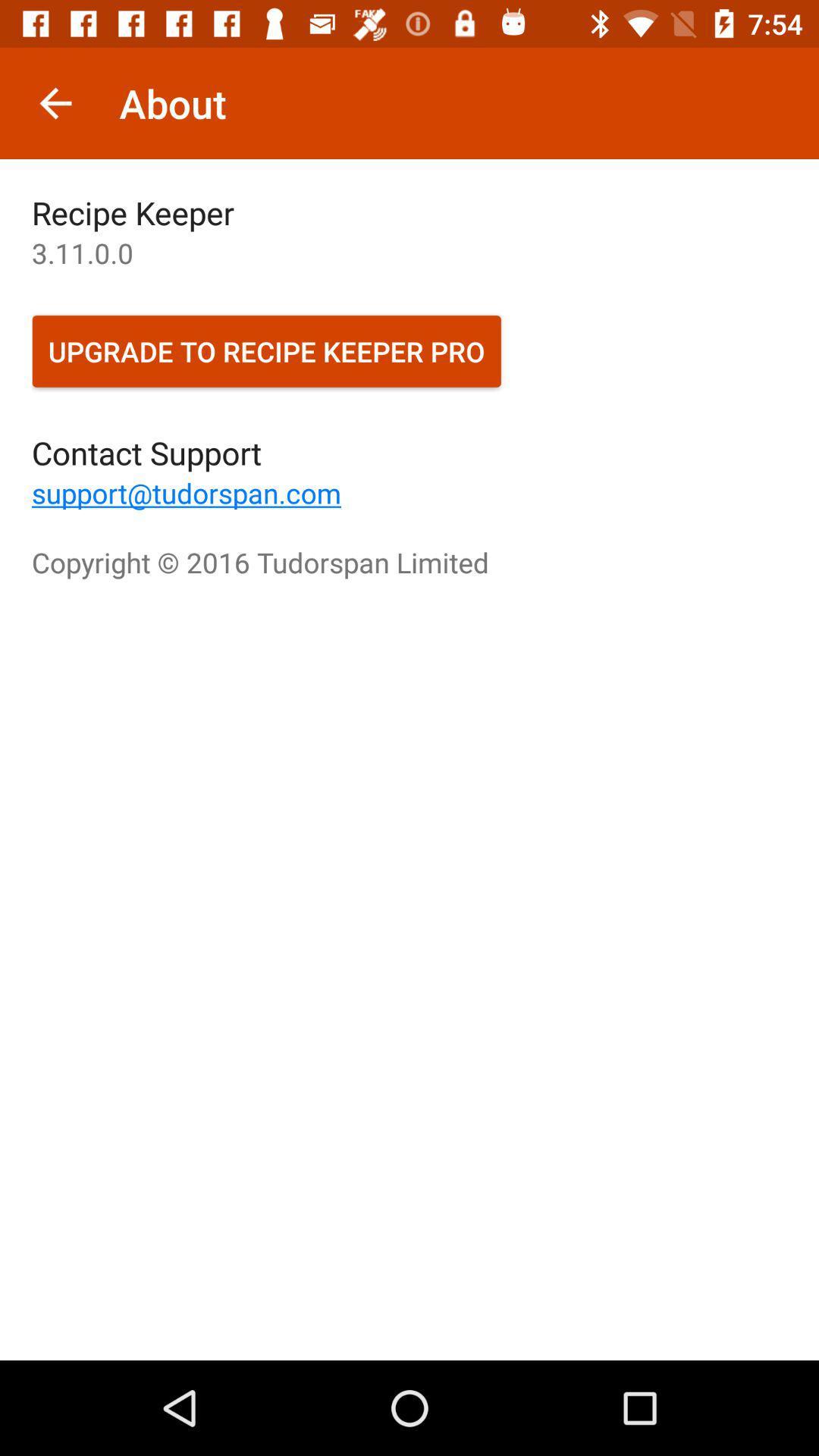 This screenshot has height=1456, width=819. I want to click on upgrade to recipe icon, so click(265, 350).